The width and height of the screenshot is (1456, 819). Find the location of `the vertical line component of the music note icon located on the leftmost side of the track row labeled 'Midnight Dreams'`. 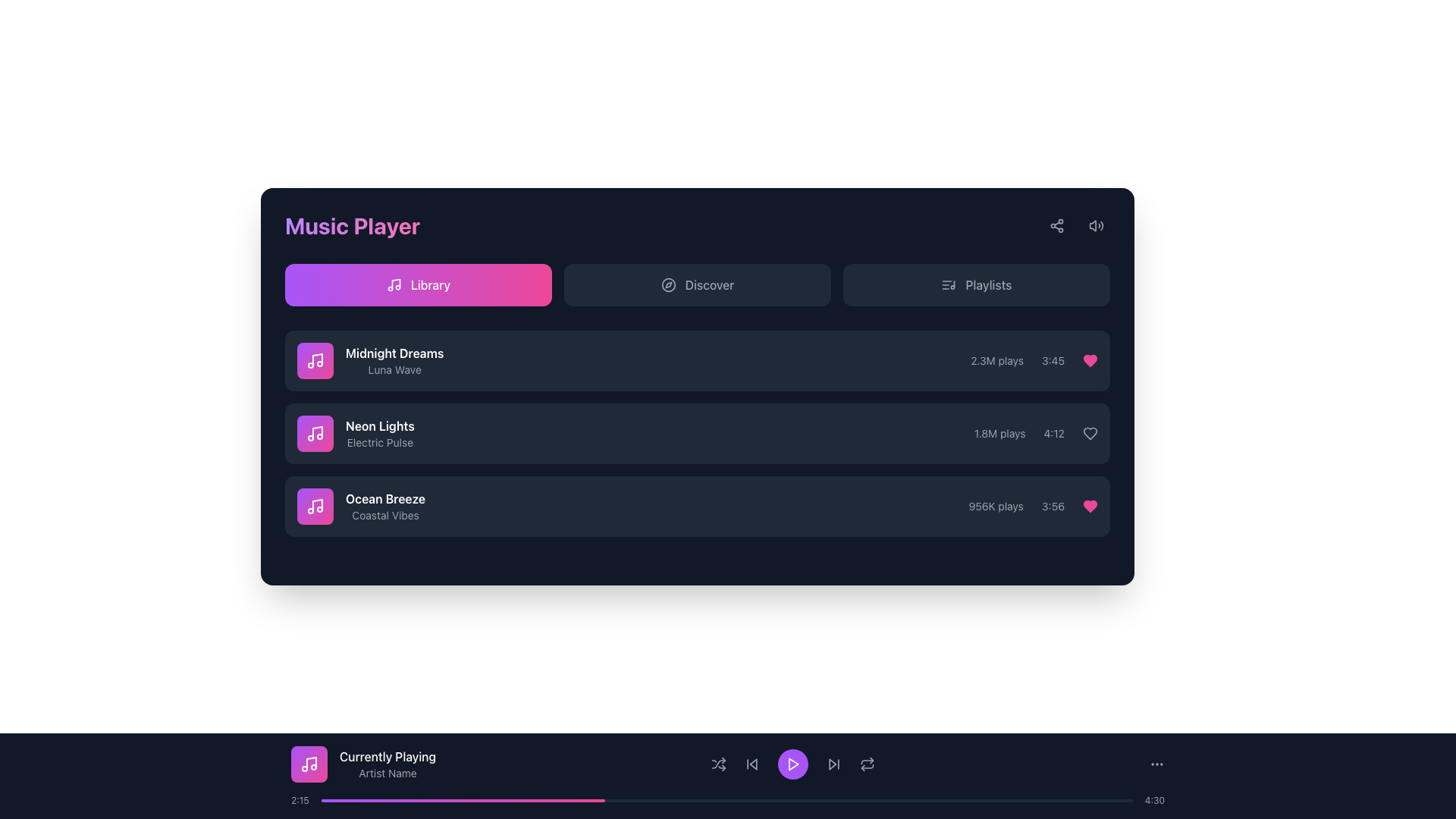

the vertical line component of the music note icon located on the leftmost side of the track row labeled 'Midnight Dreams' is located at coordinates (316, 359).